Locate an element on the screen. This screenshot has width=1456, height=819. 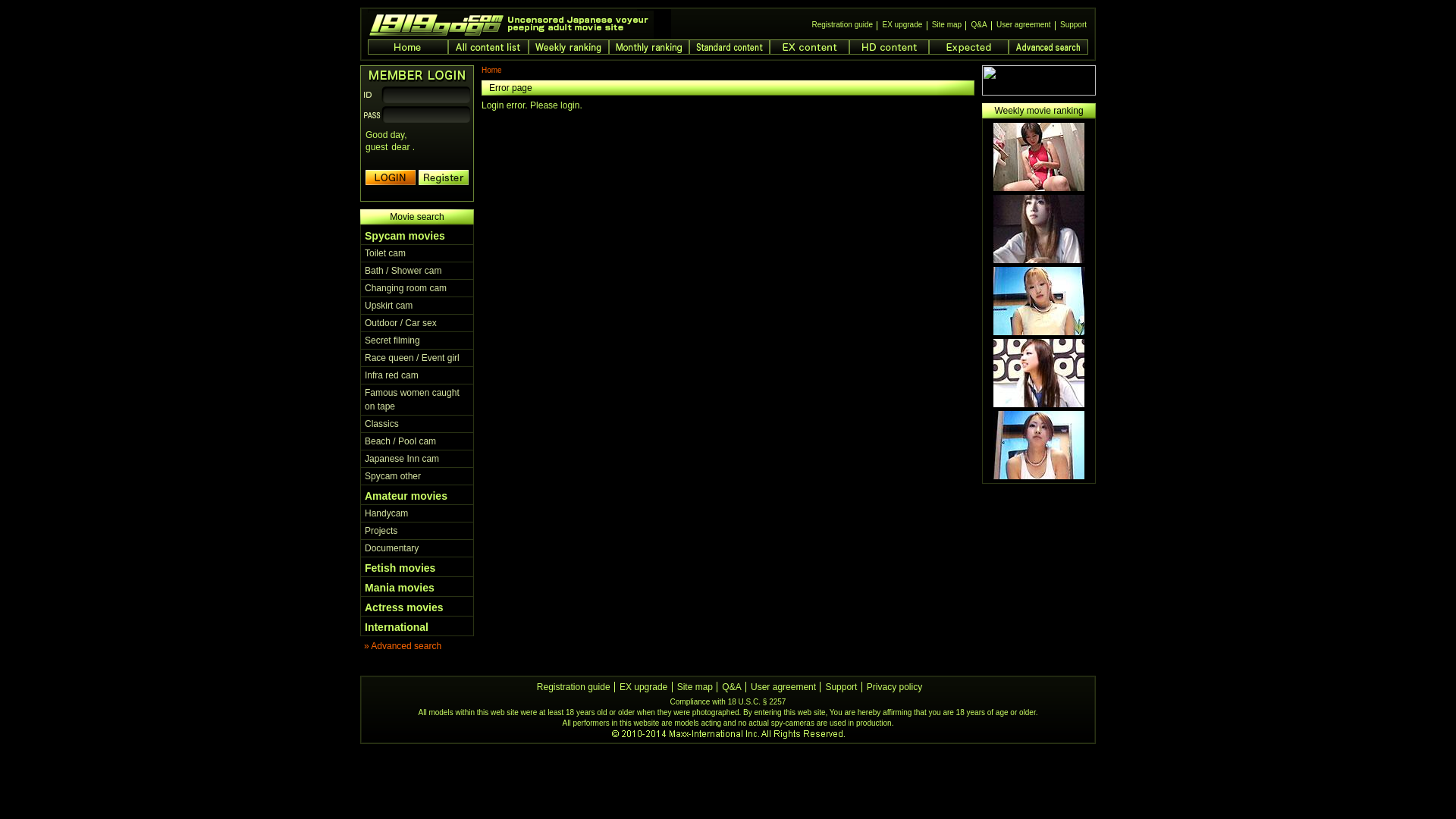
'Fetish movies' is located at coordinates (400, 567).